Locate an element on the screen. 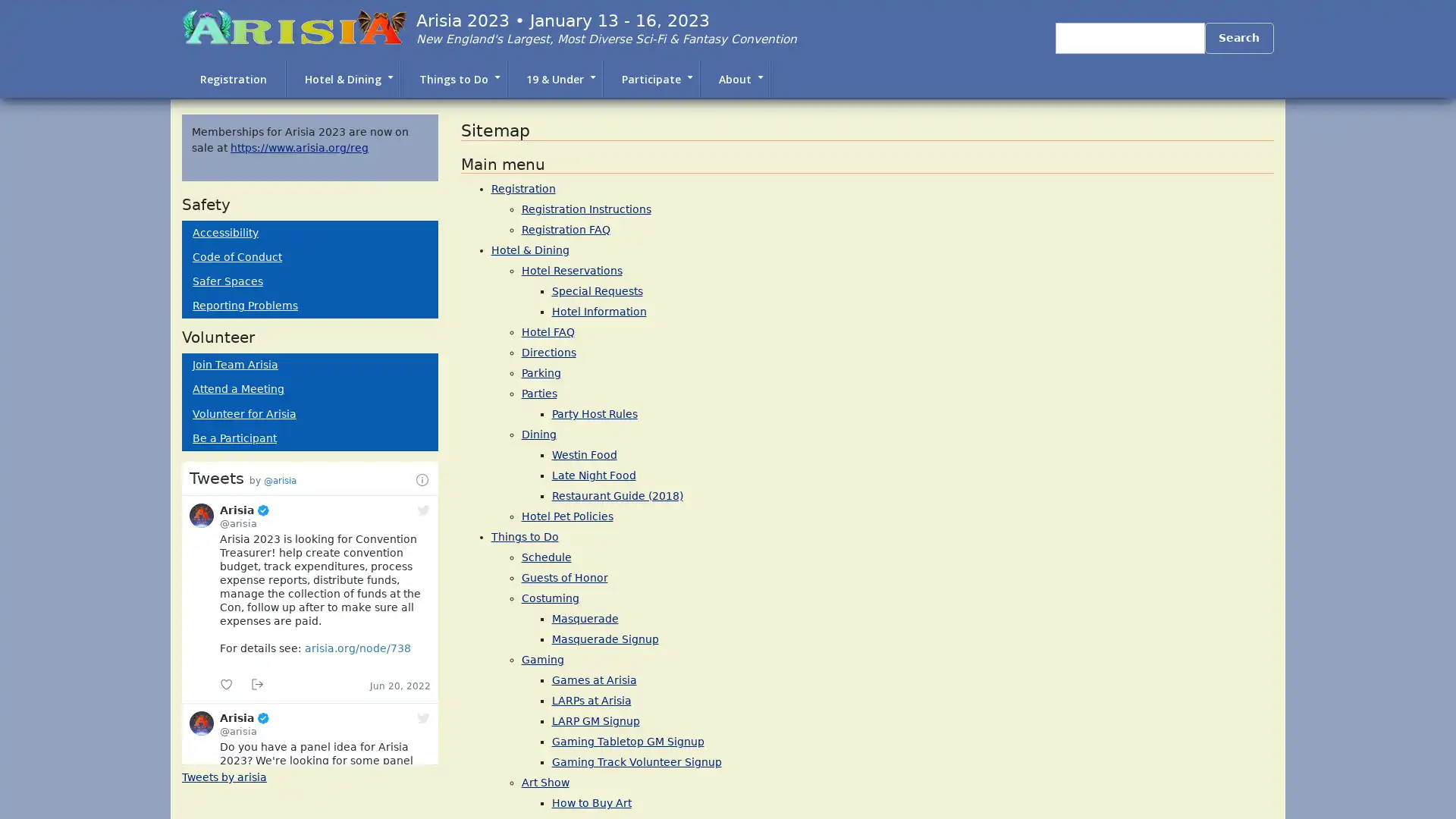  Search is located at coordinates (1238, 37).